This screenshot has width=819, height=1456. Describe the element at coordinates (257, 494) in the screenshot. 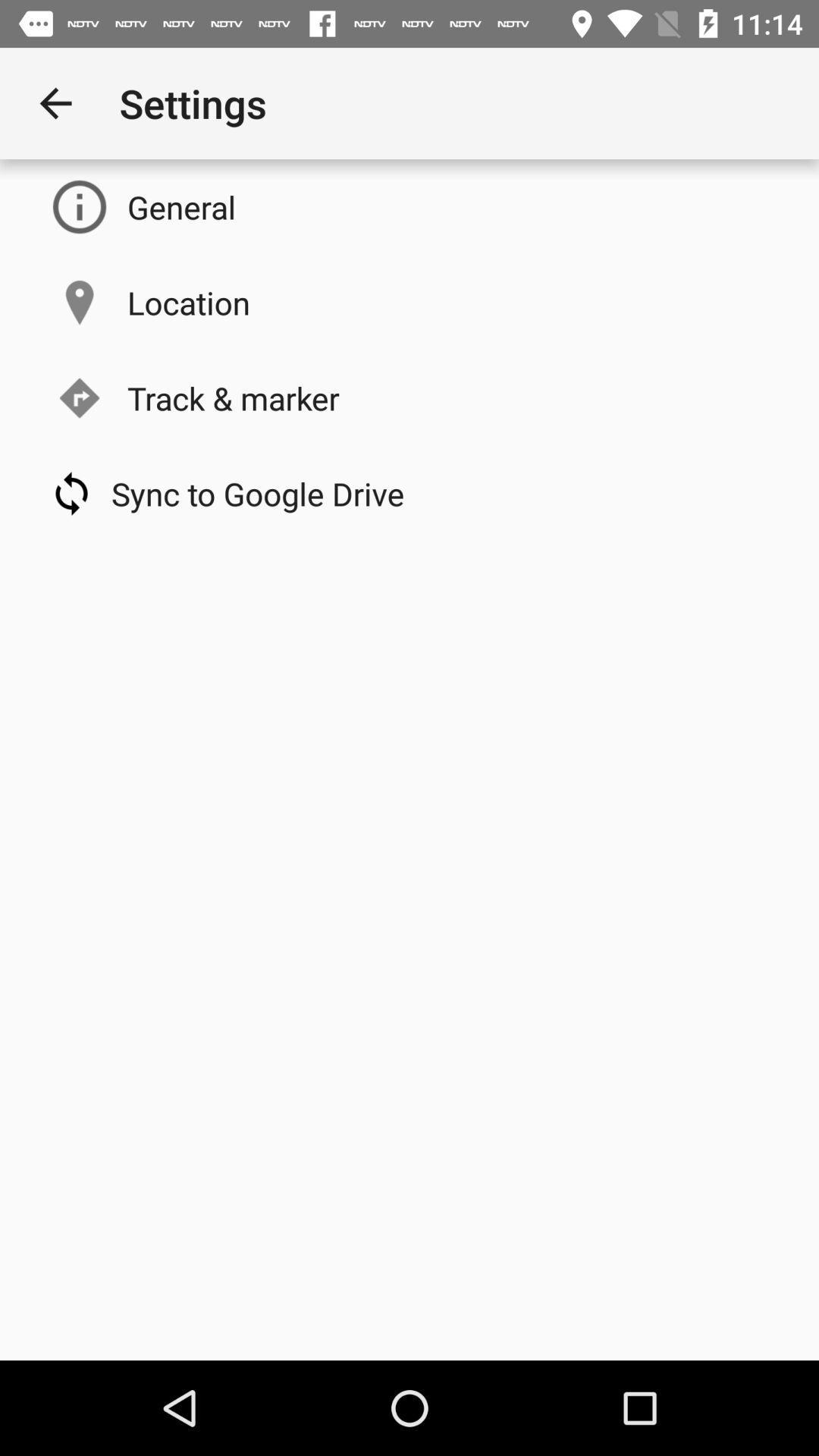

I see `sync to google` at that location.